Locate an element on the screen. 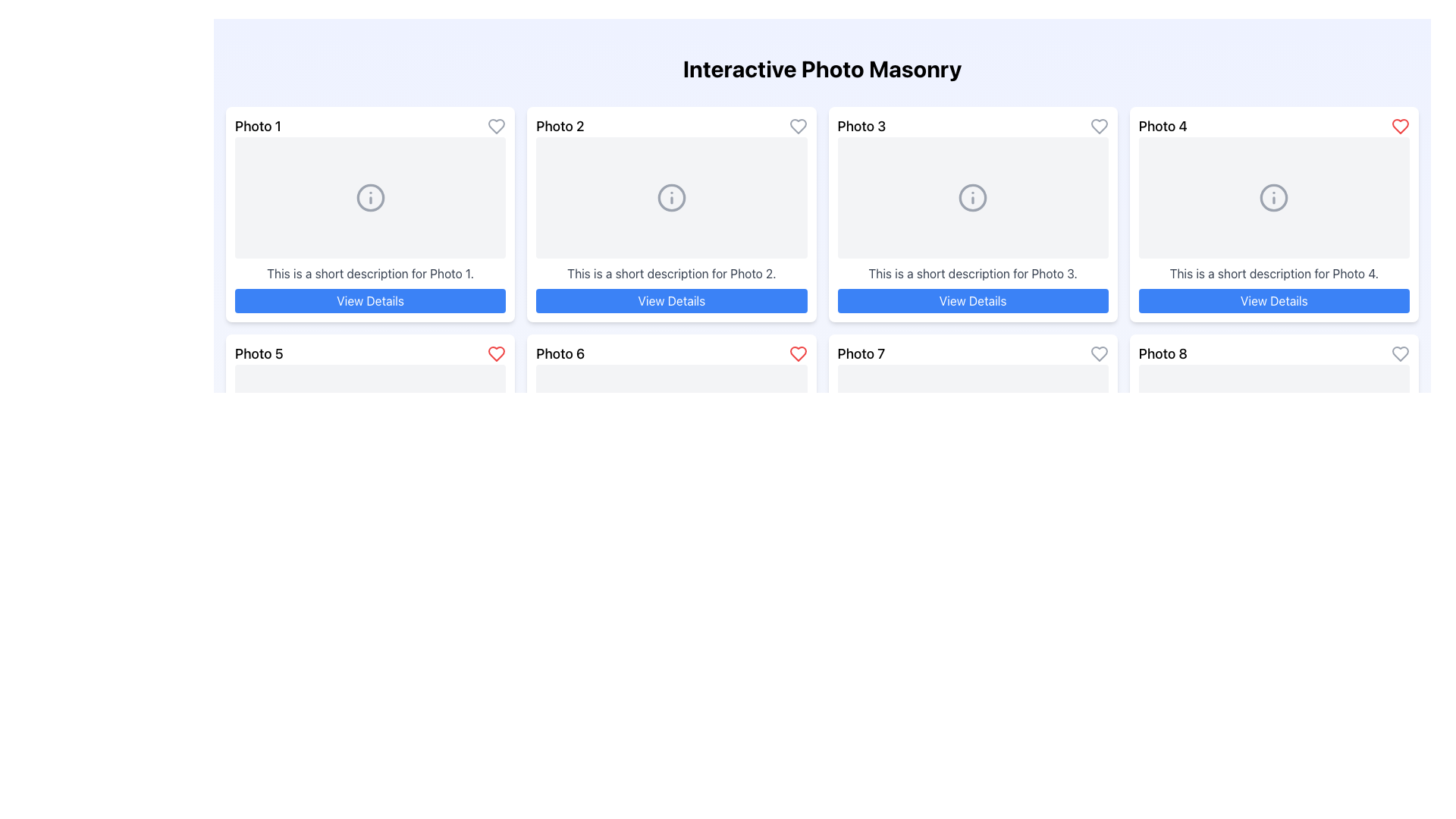 The height and width of the screenshot is (819, 1456). the heart-shaped button with a gray outline located in the top-right corner of the 'Photo 7' card to mark it as a favorite is located at coordinates (1099, 353).